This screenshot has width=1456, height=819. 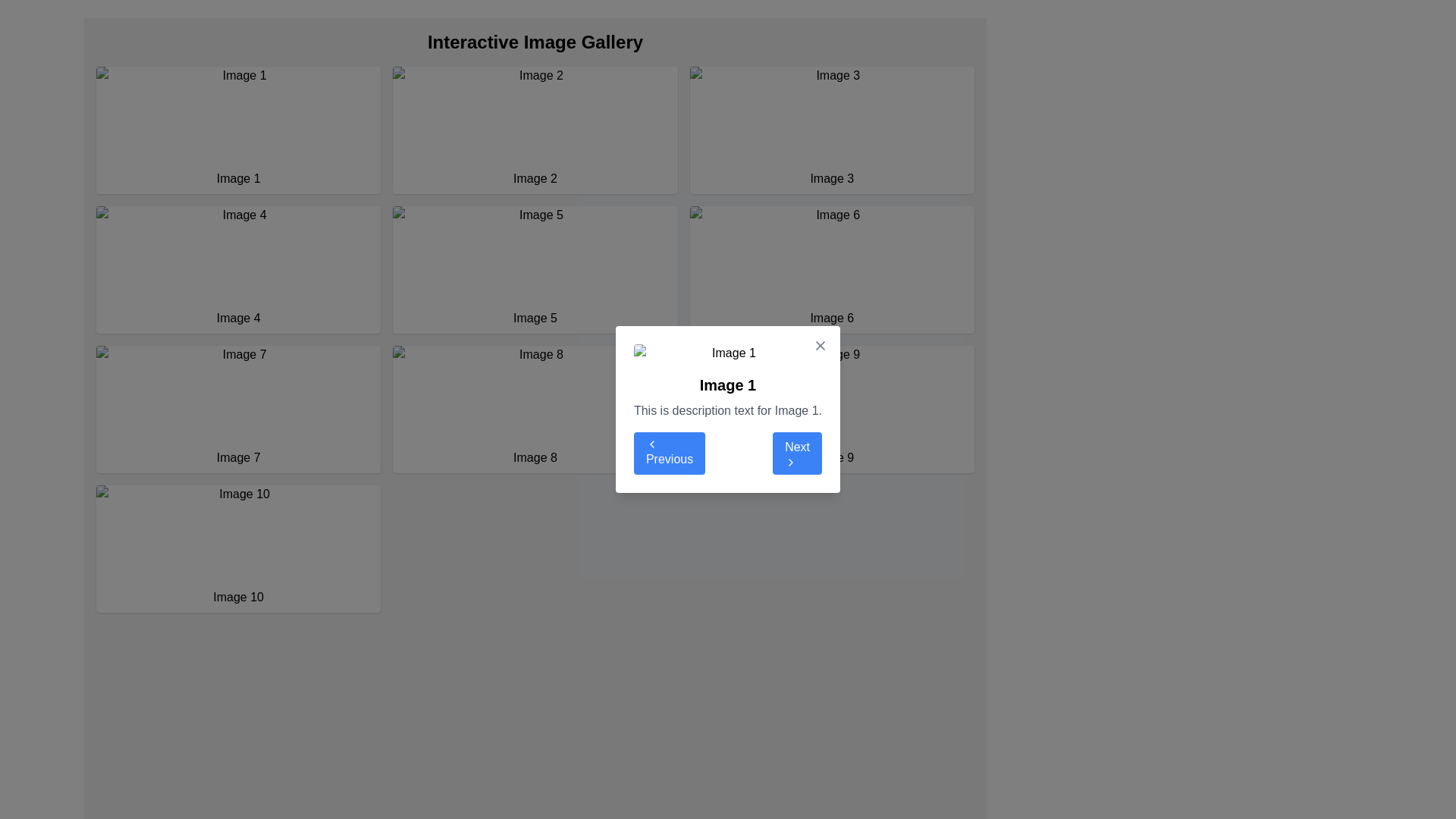 What do you see at coordinates (728, 452) in the screenshot?
I see `the 'Previous' or 'Next' button in the navigation bar located at the bottom of the modal window to trigger a visual change` at bounding box center [728, 452].